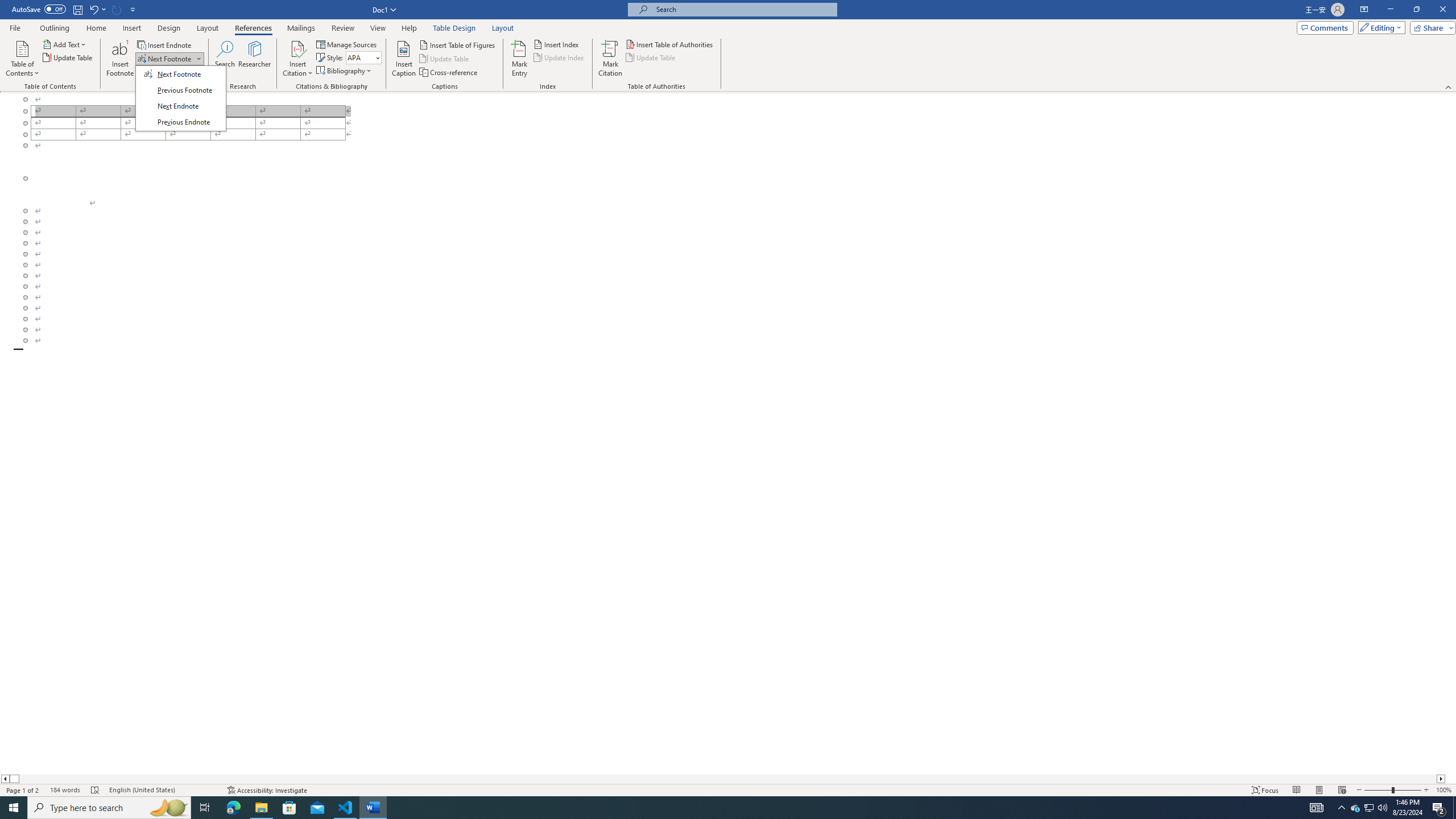  Describe the element at coordinates (373, 806) in the screenshot. I see `'Word - 1 running window'` at that location.